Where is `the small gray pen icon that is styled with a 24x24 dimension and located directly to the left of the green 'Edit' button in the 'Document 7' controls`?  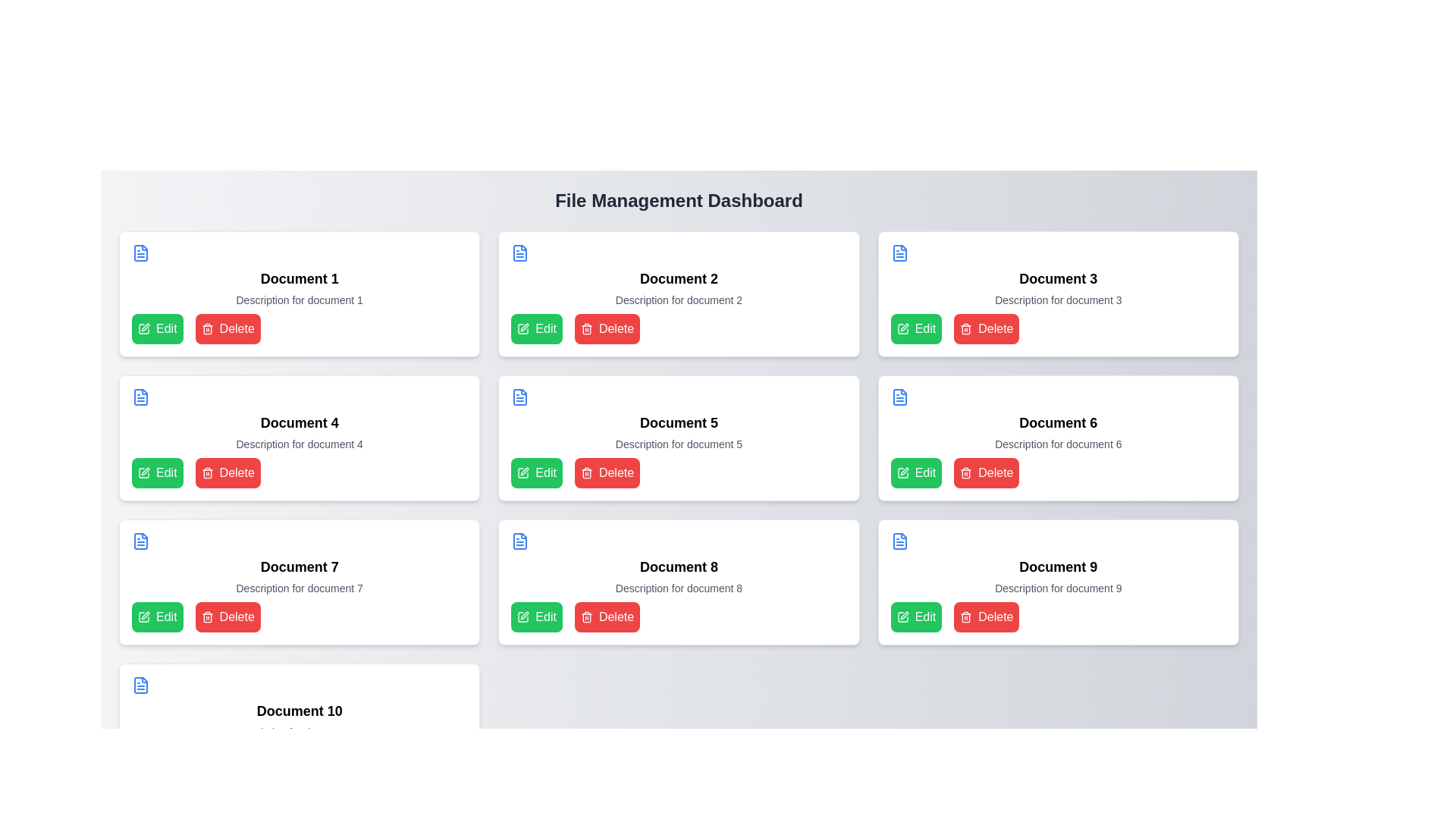 the small gray pen icon that is styled with a 24x24 dimension and located directly to the left of the green 'Edit' button in the 'Document 7' controls is located at coordinates (144, 617).